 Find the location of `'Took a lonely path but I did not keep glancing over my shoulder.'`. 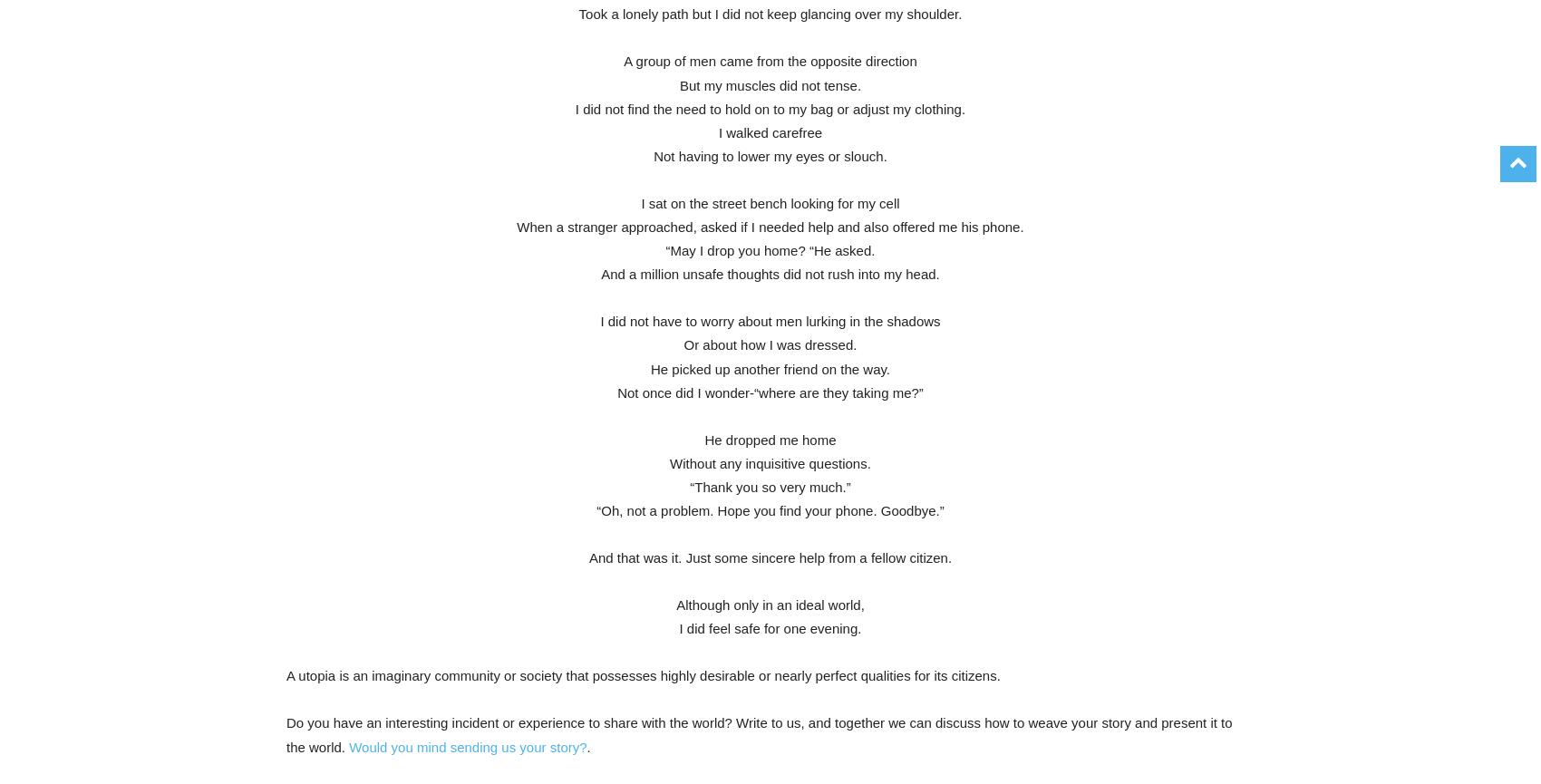

'Took a lonely path but I did not keep glancing over my shoulder.' is located at coordinates (769, 14).